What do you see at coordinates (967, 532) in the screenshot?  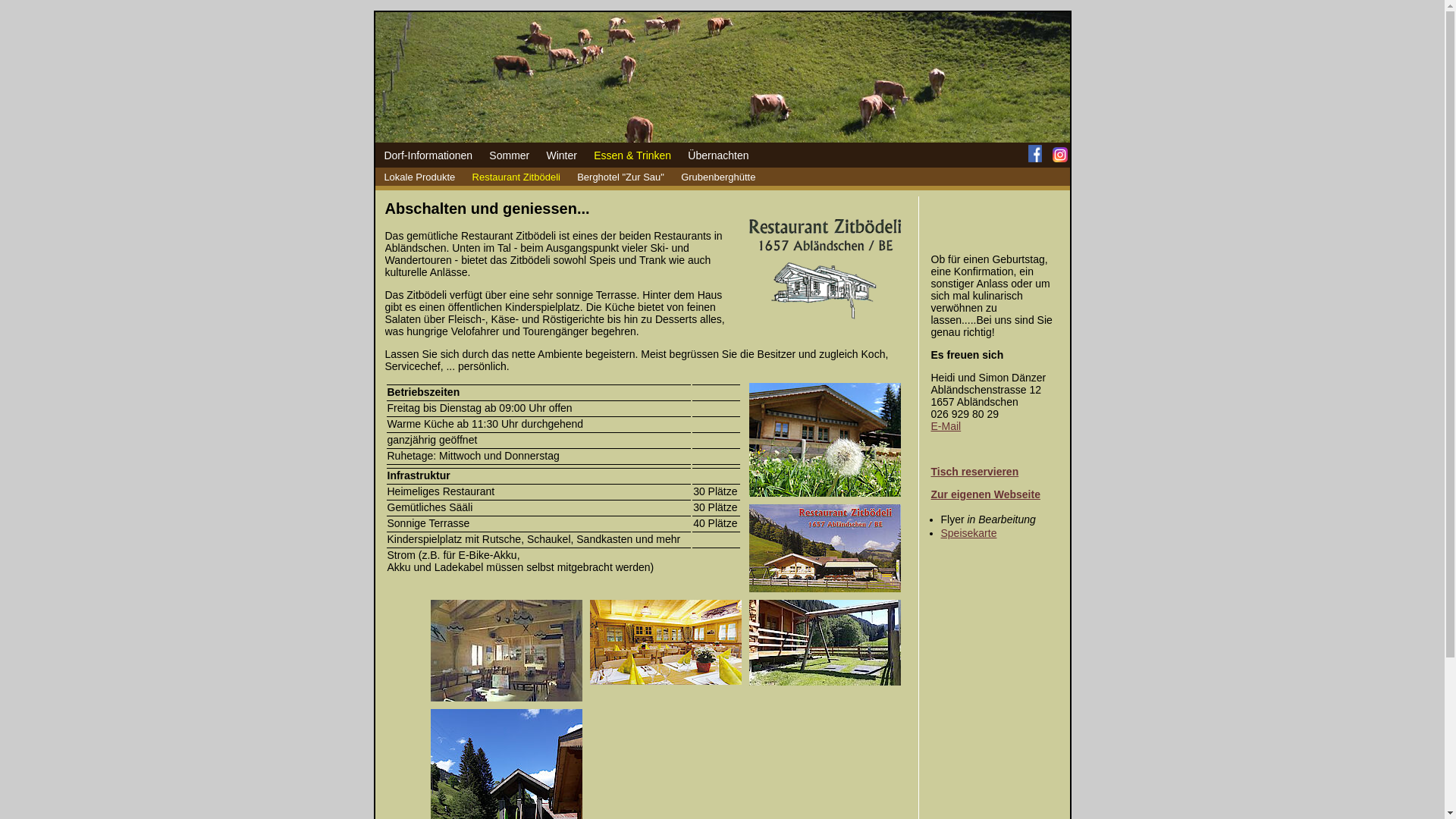 I see `'Speisekarte'` at bounding box center [967, 532].